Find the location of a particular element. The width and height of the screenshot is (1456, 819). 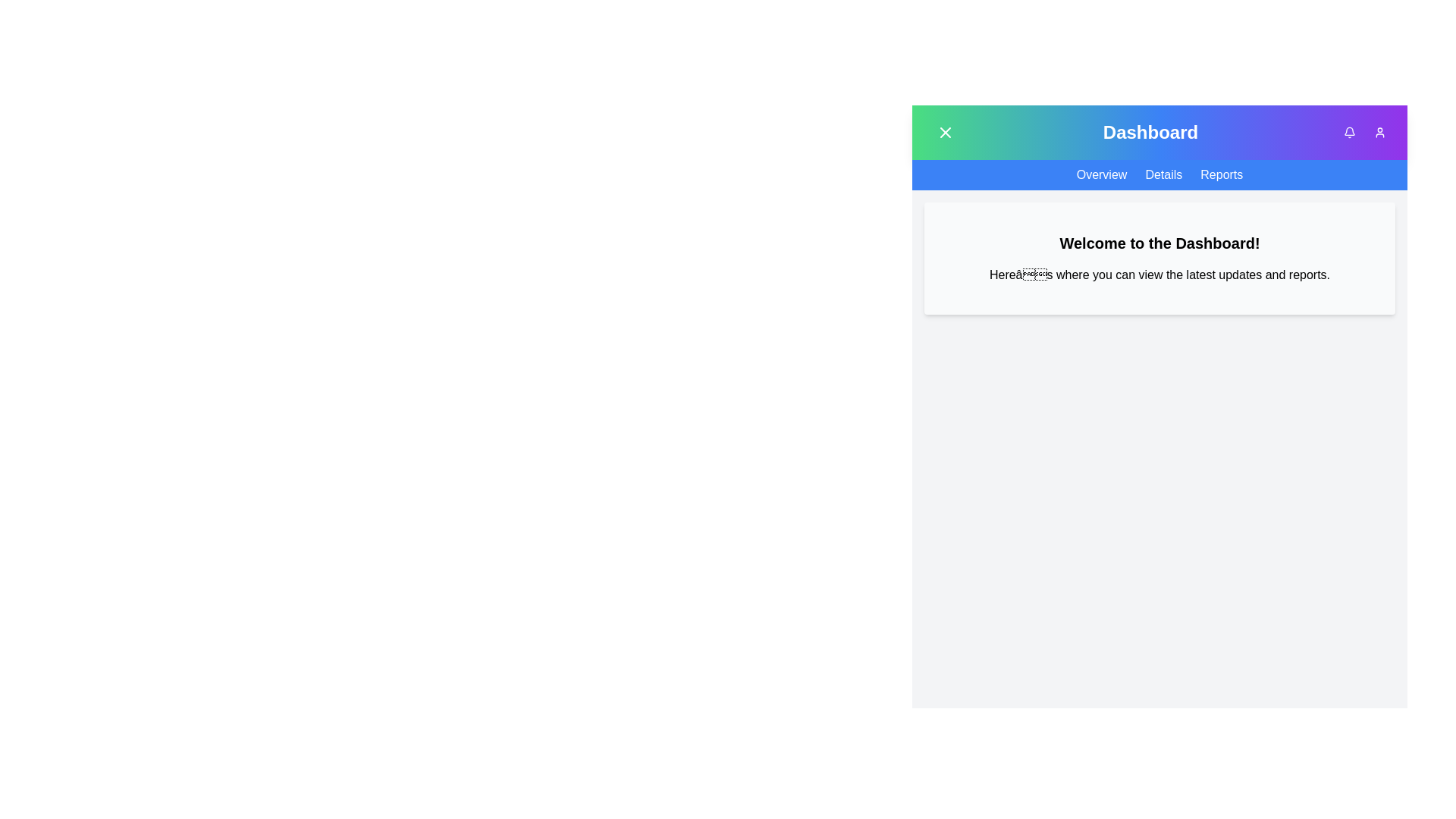

notification bell icon to view notifications is located at coordinates (1350, 131).